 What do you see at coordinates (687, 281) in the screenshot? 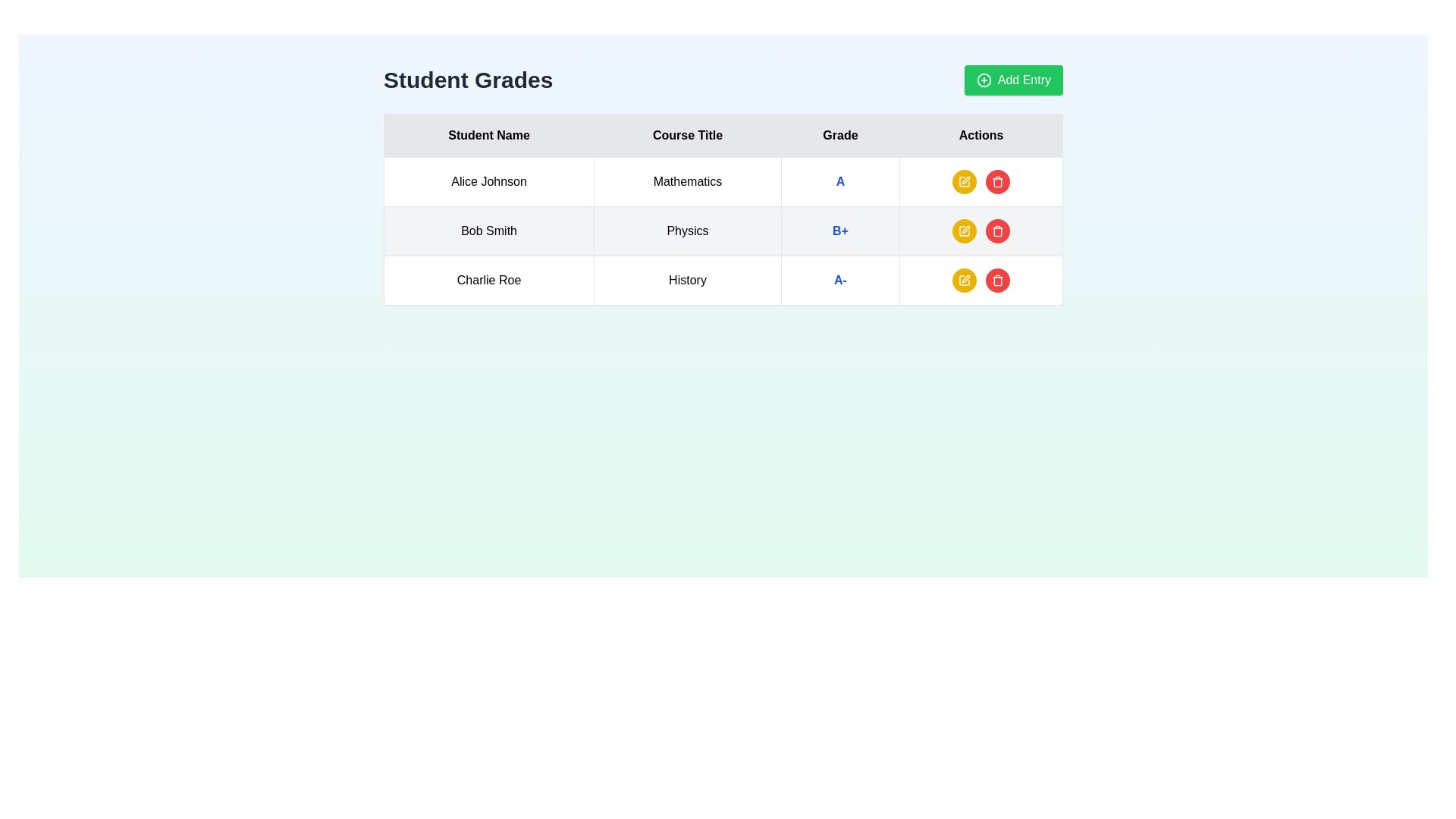
I see `the centered text label displaying 'History', located in the second column of the third row in a table, which precedes the 'Grade' column` at bounding box center [687, 281].